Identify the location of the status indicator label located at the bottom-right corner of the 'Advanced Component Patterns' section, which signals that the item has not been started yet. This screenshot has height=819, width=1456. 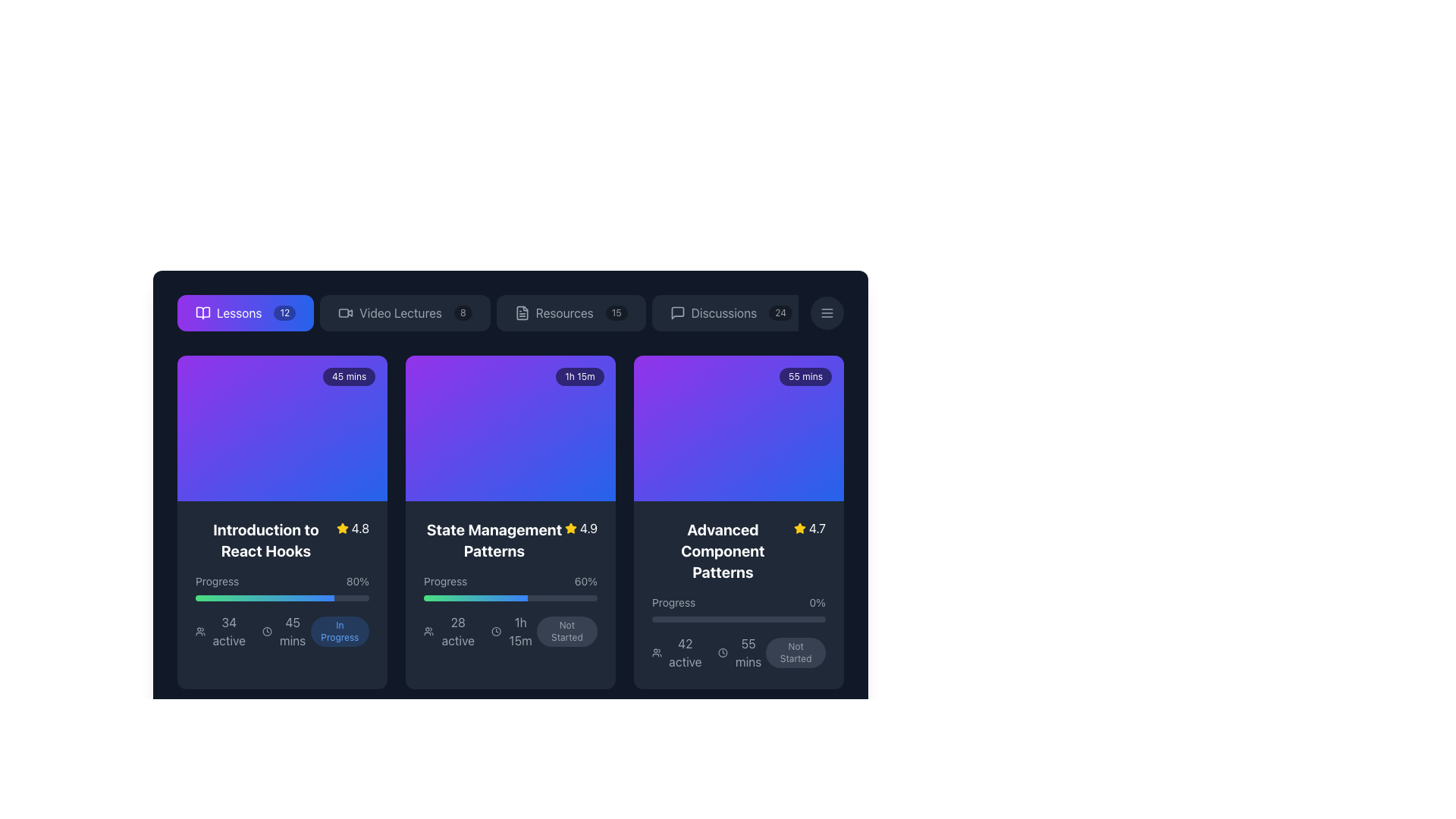
(795, 651).